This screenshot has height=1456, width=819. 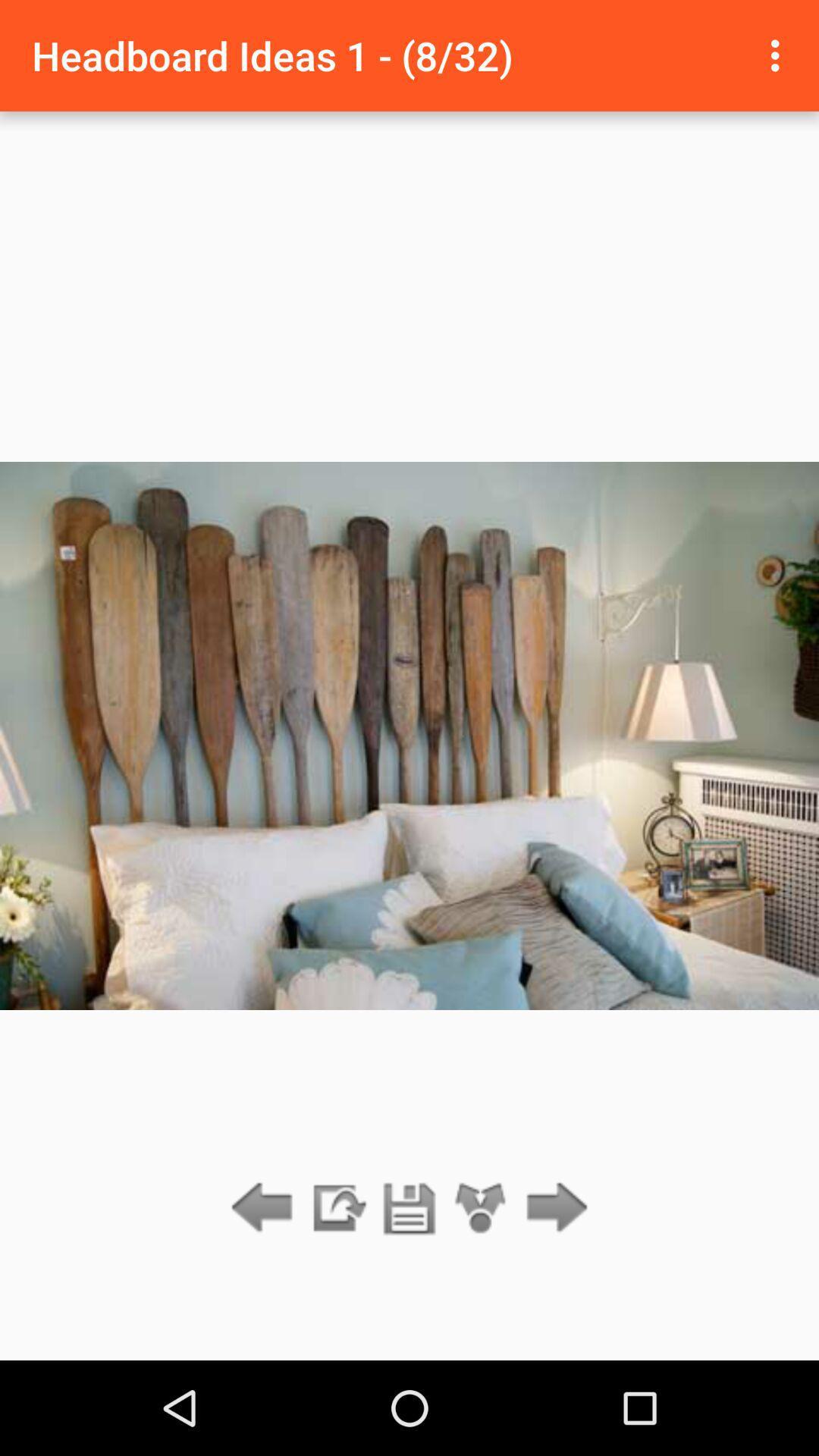 I want to click on file, so click(x=409, y=1208).